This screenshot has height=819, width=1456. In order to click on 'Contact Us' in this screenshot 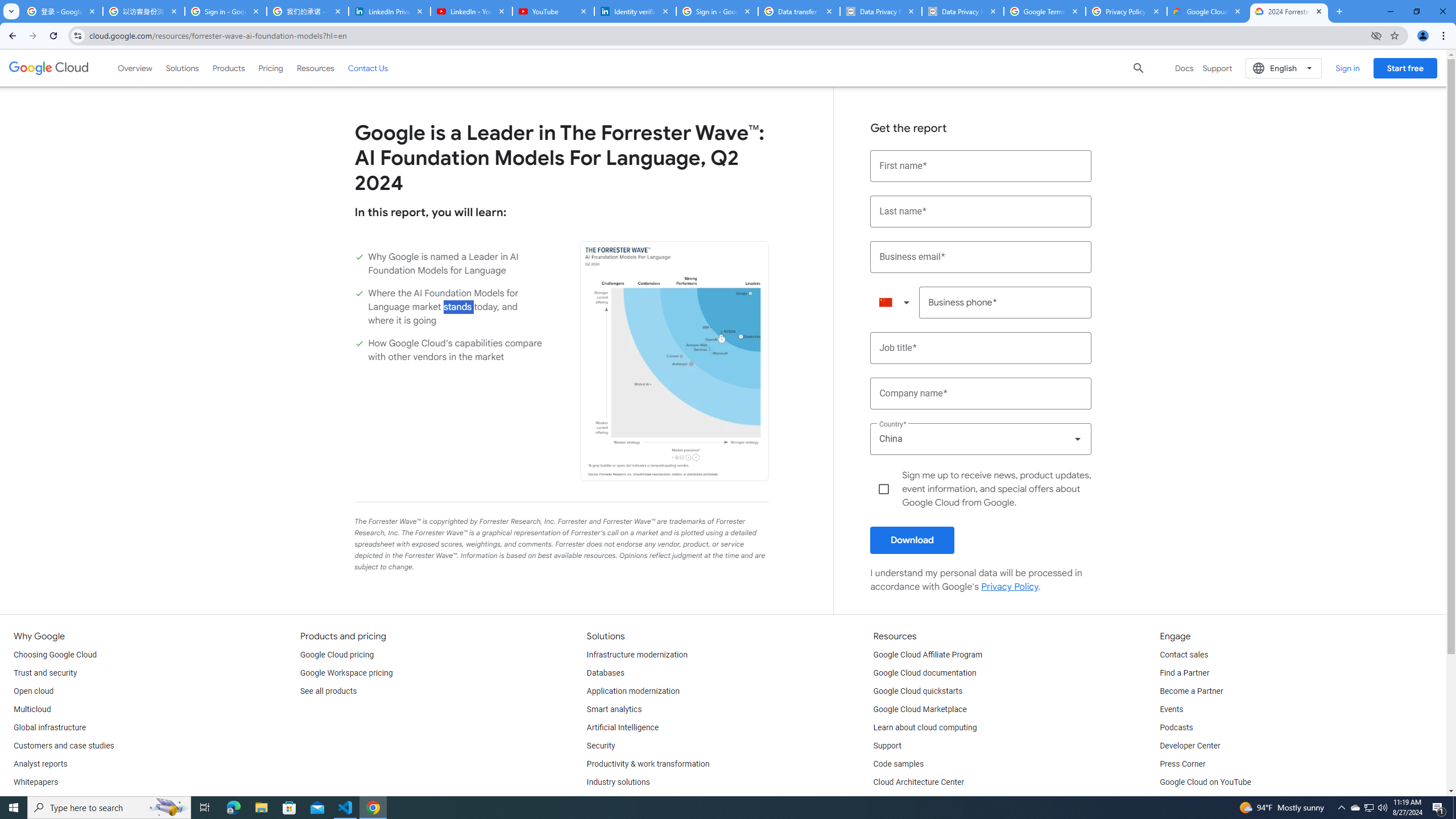, I will do `click(368, 68)`.